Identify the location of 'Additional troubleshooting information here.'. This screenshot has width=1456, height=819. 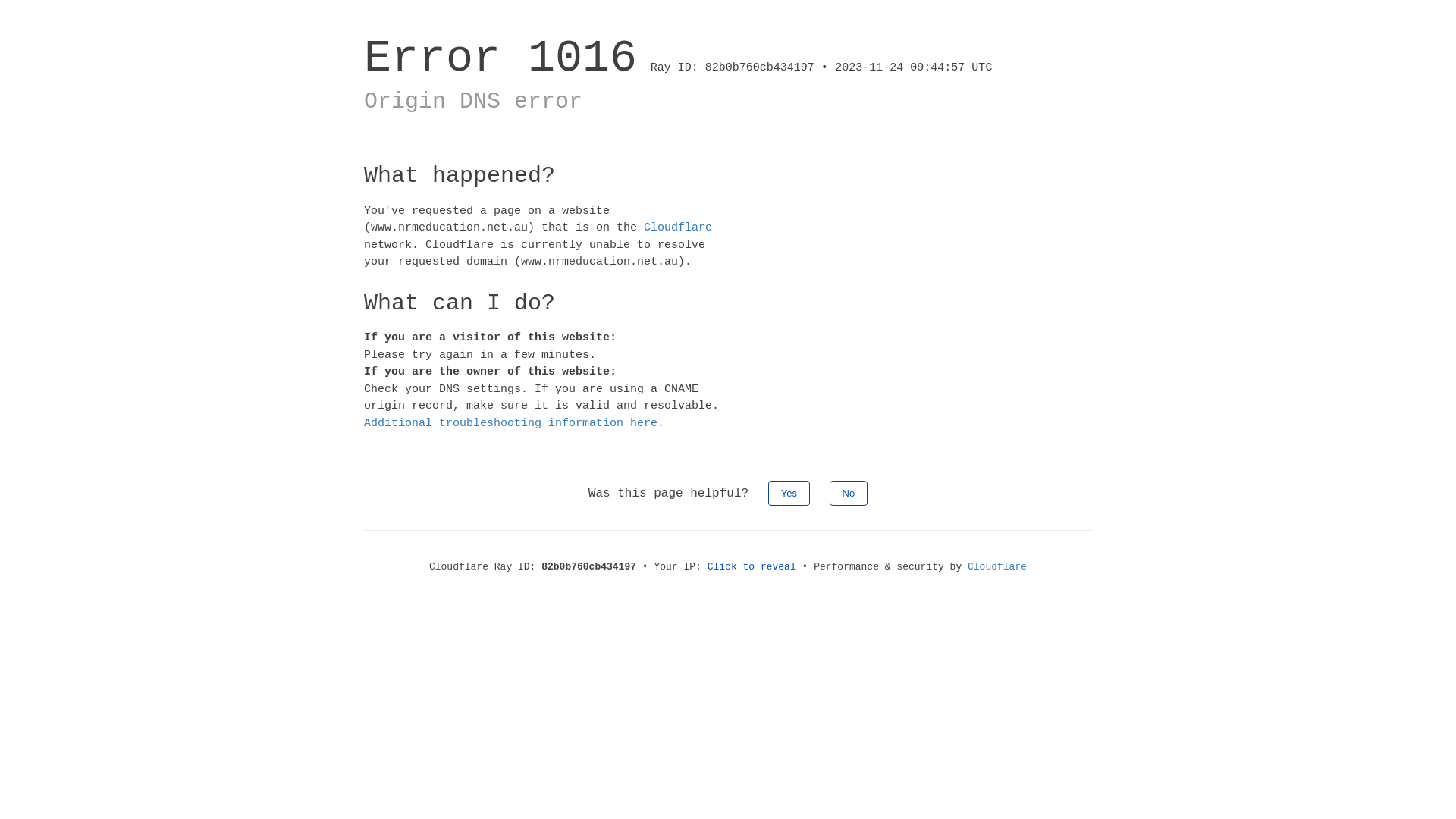
(513, 423).